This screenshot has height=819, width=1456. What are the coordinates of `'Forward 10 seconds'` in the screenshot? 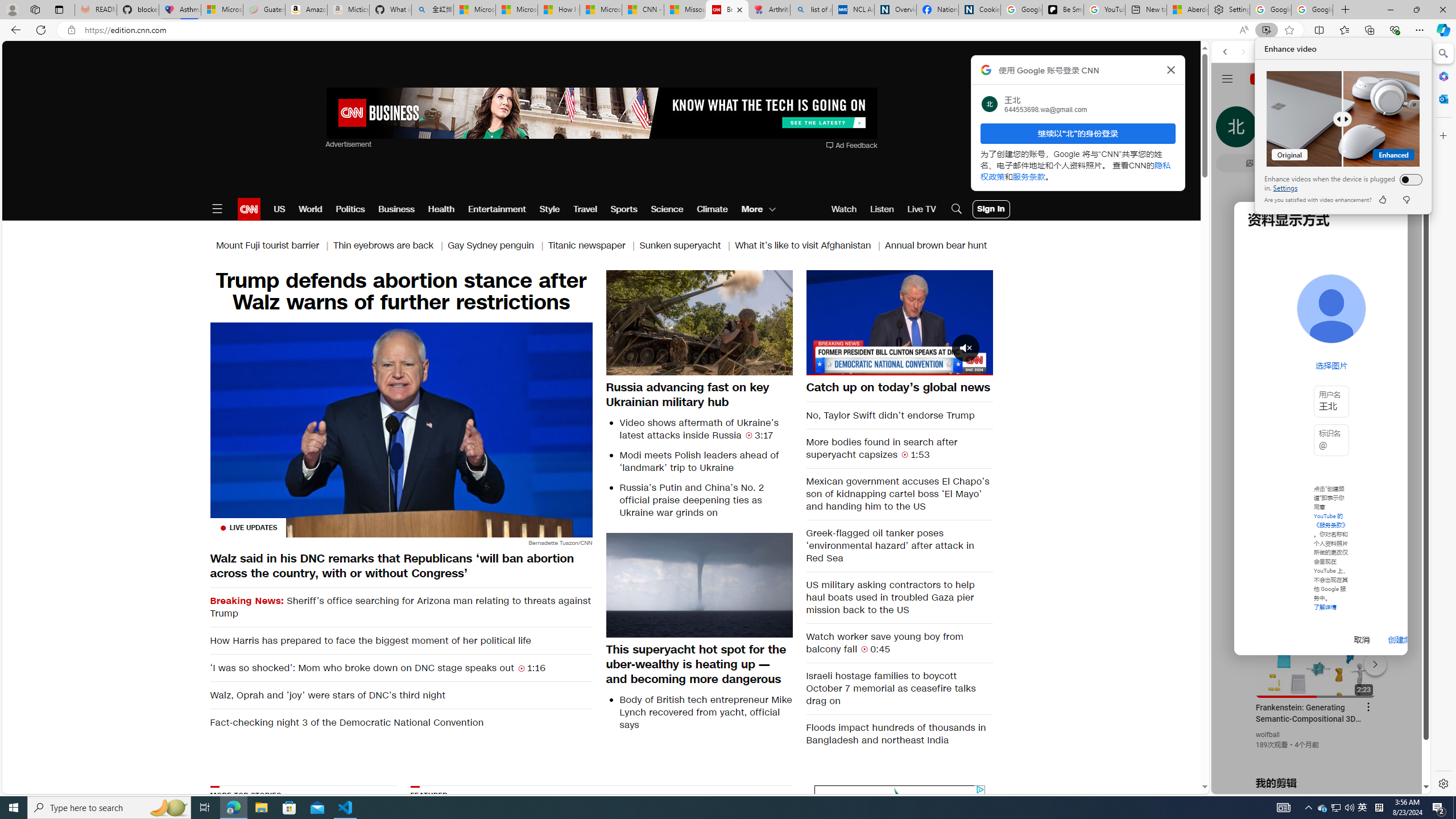 It's located at (932, 322).